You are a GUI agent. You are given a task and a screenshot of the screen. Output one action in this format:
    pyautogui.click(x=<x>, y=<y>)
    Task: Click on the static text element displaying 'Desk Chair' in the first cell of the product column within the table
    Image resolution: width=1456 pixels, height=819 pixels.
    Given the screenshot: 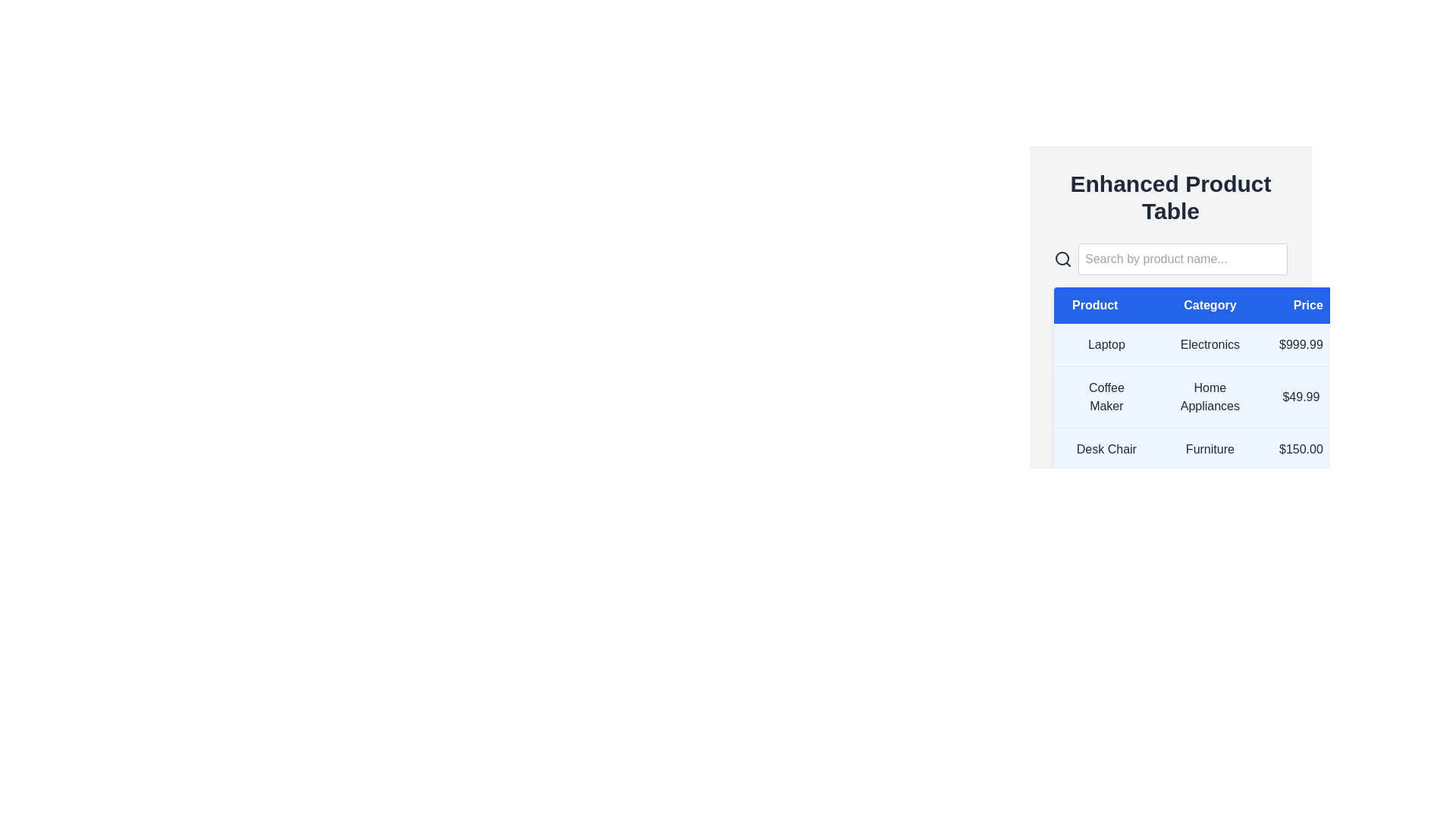 What is the action you would take?
    pyautogui.click(x=1106, y=449)
    